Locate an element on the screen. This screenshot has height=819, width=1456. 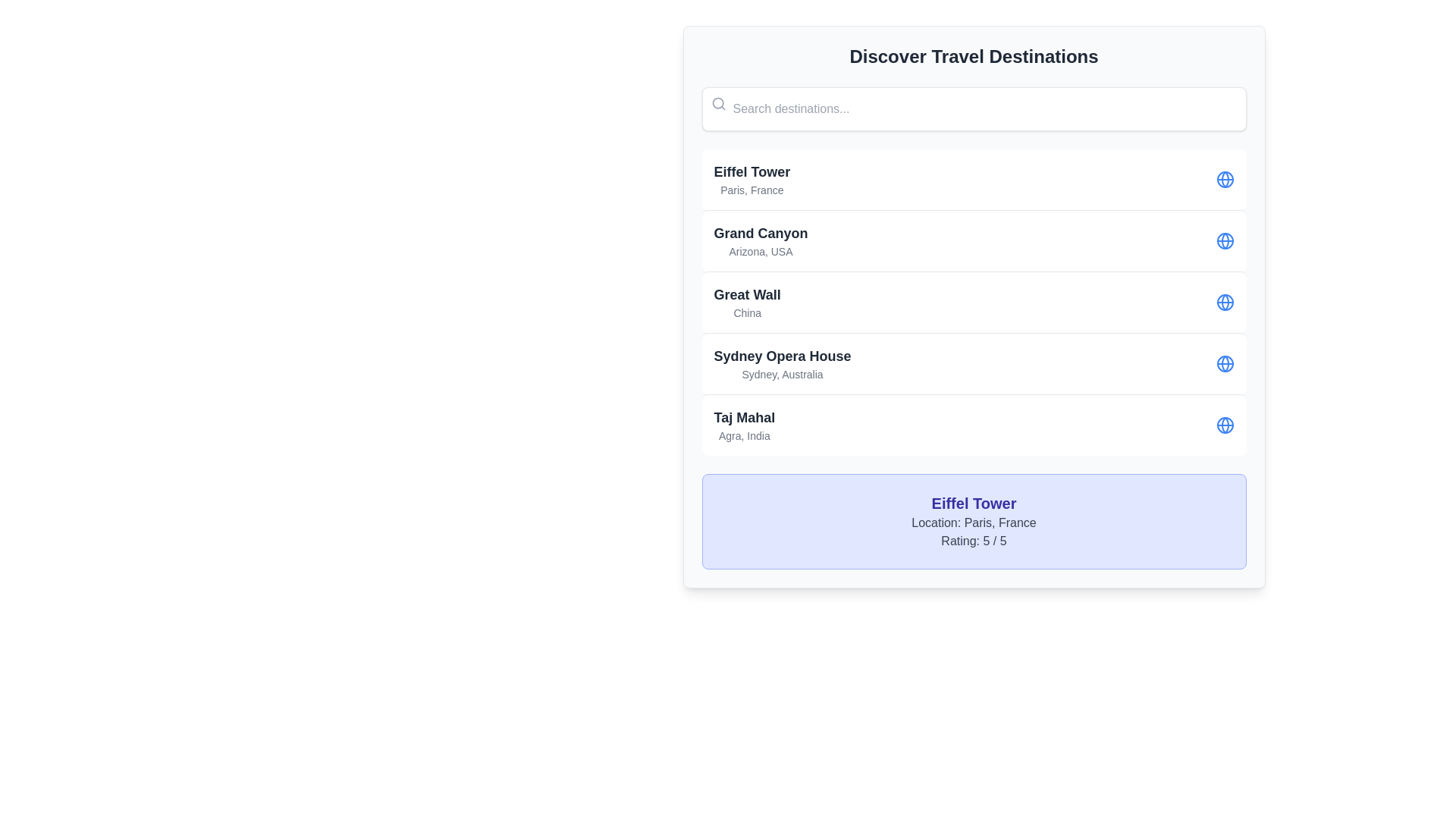
the text element displaying 'Agra, India', which is located below the 'Taj Mahal' title in the 'Discover Travel Destinations' list is located at coordinates (744, 435).